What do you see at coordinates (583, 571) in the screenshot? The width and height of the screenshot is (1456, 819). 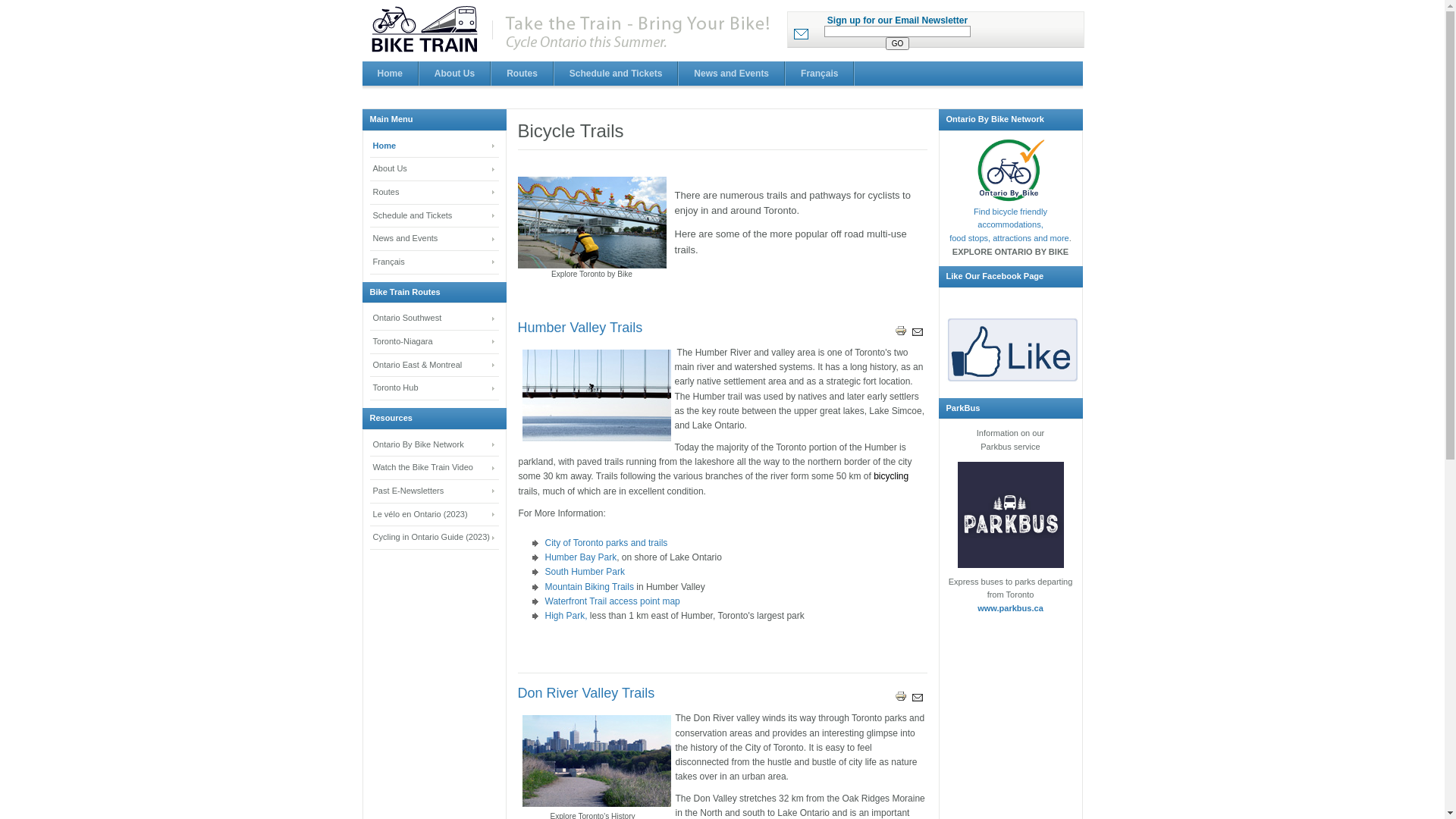 I see `'South Humber Park'` at bounding box center [583, 571].